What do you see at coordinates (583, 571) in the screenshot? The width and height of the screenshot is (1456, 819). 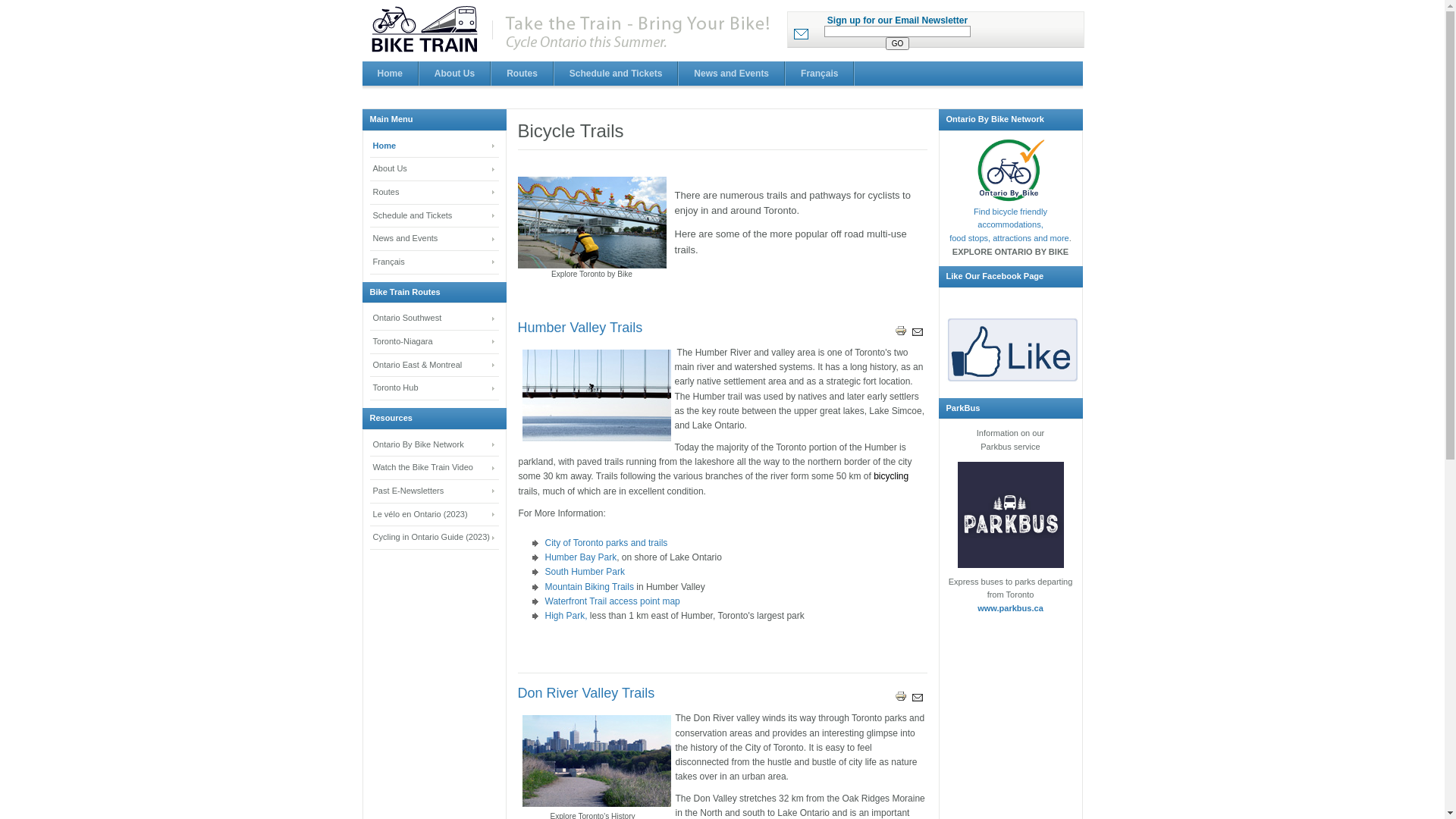 I see `'South Humber Park'` at bounding box center [583, 571].